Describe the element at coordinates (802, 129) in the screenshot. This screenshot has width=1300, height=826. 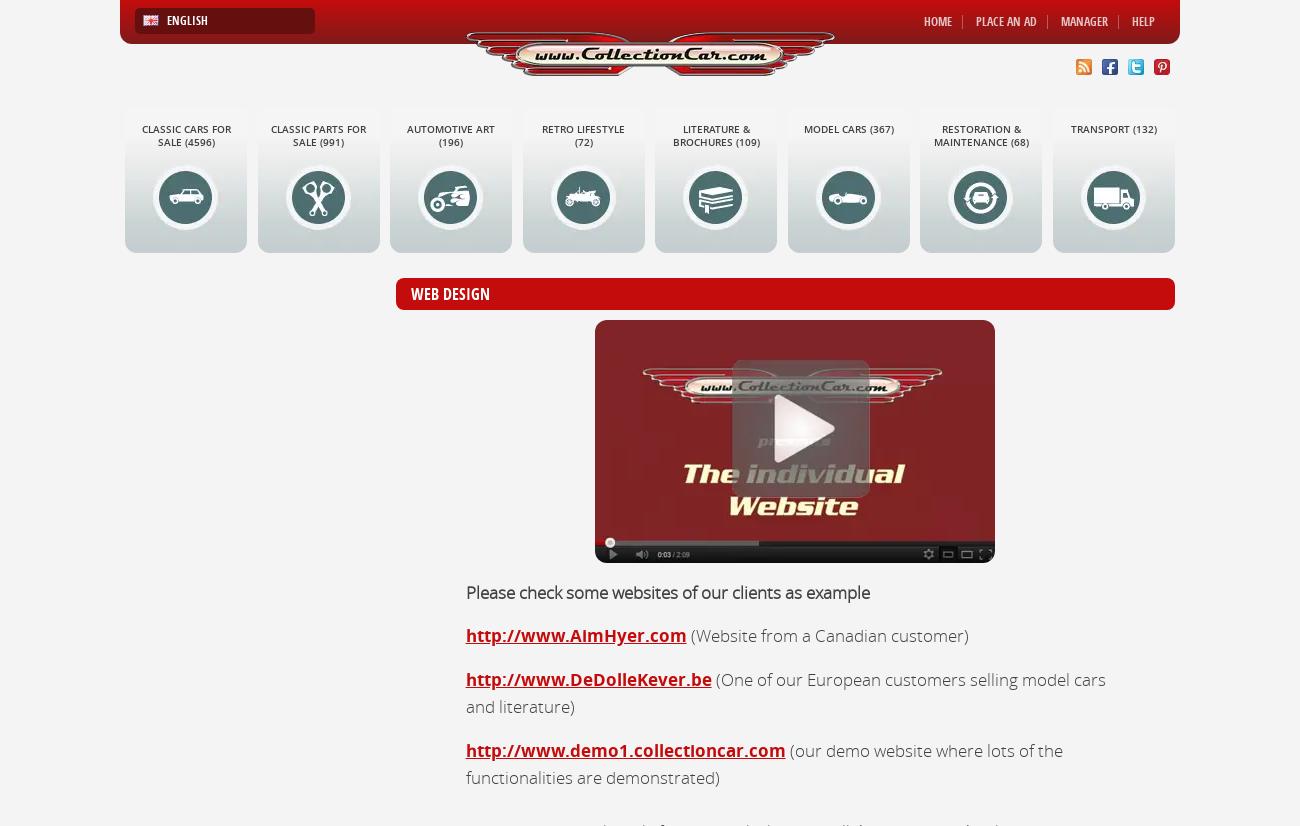
I see `'Model cars (367)'` at that location.